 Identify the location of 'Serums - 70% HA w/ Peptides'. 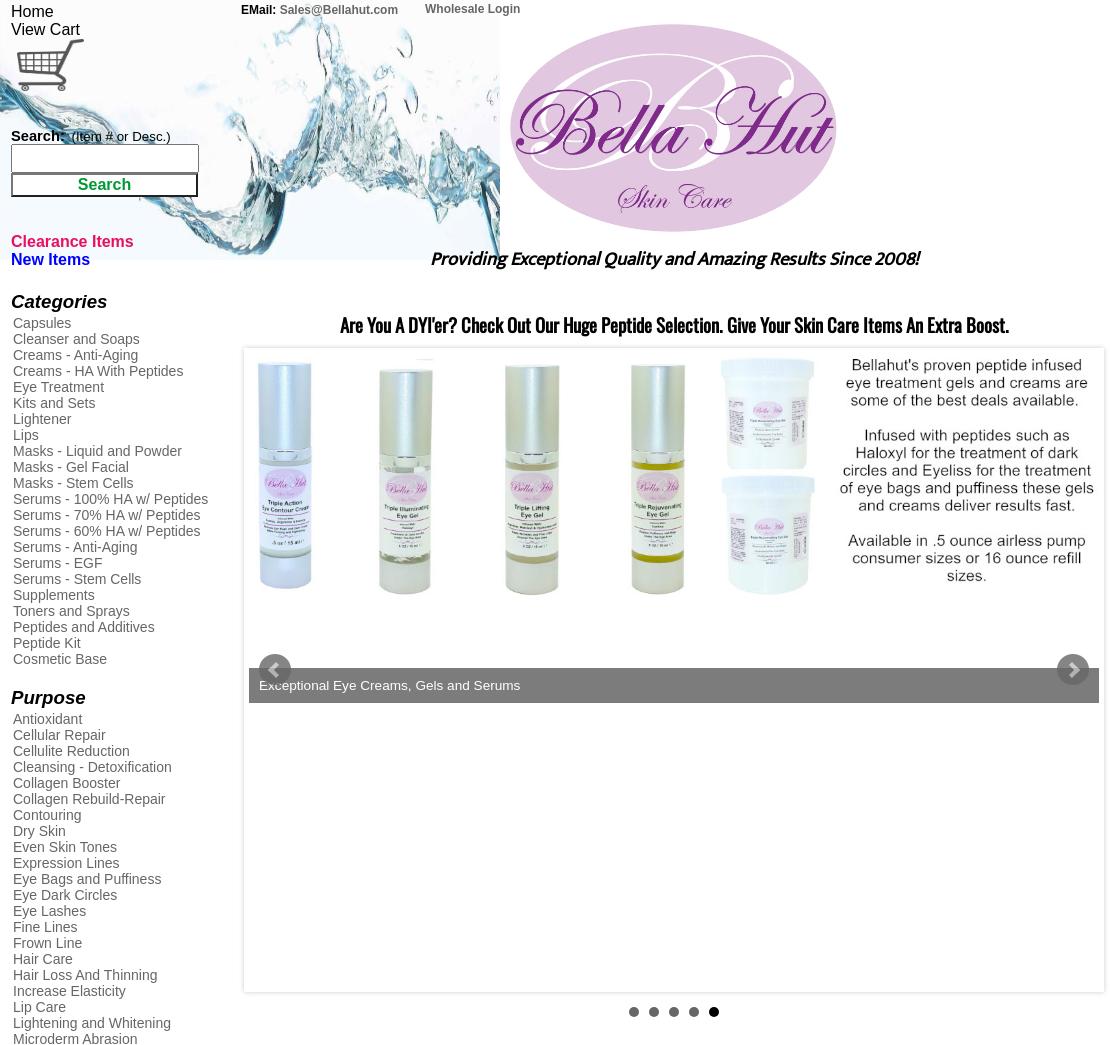
(105, 513).